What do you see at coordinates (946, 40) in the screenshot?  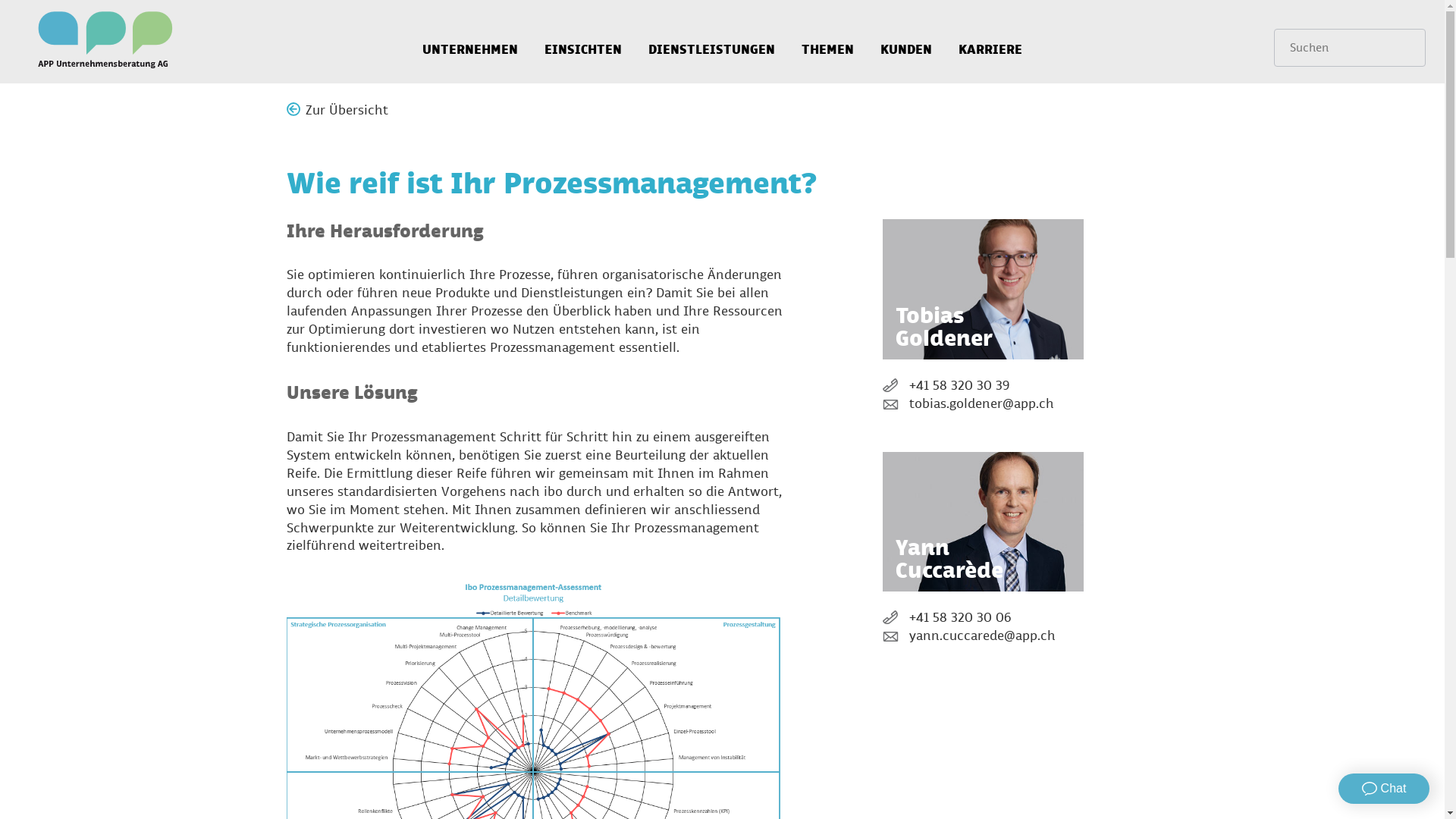 I see `'KARRIERE'` at bounding box center [946, 40].